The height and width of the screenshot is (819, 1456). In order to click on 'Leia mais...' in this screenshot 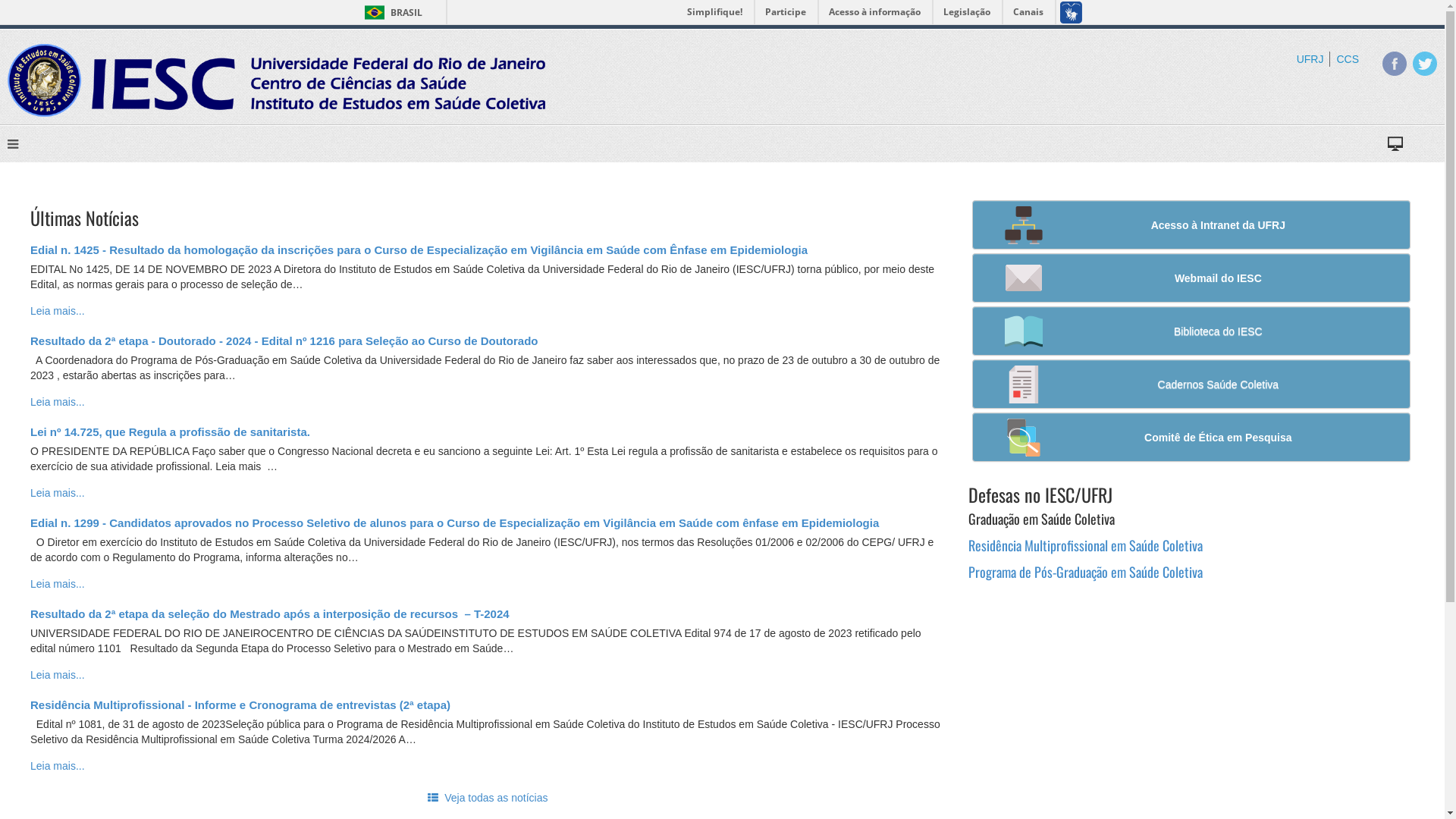, I will do `click(58, 400)`.